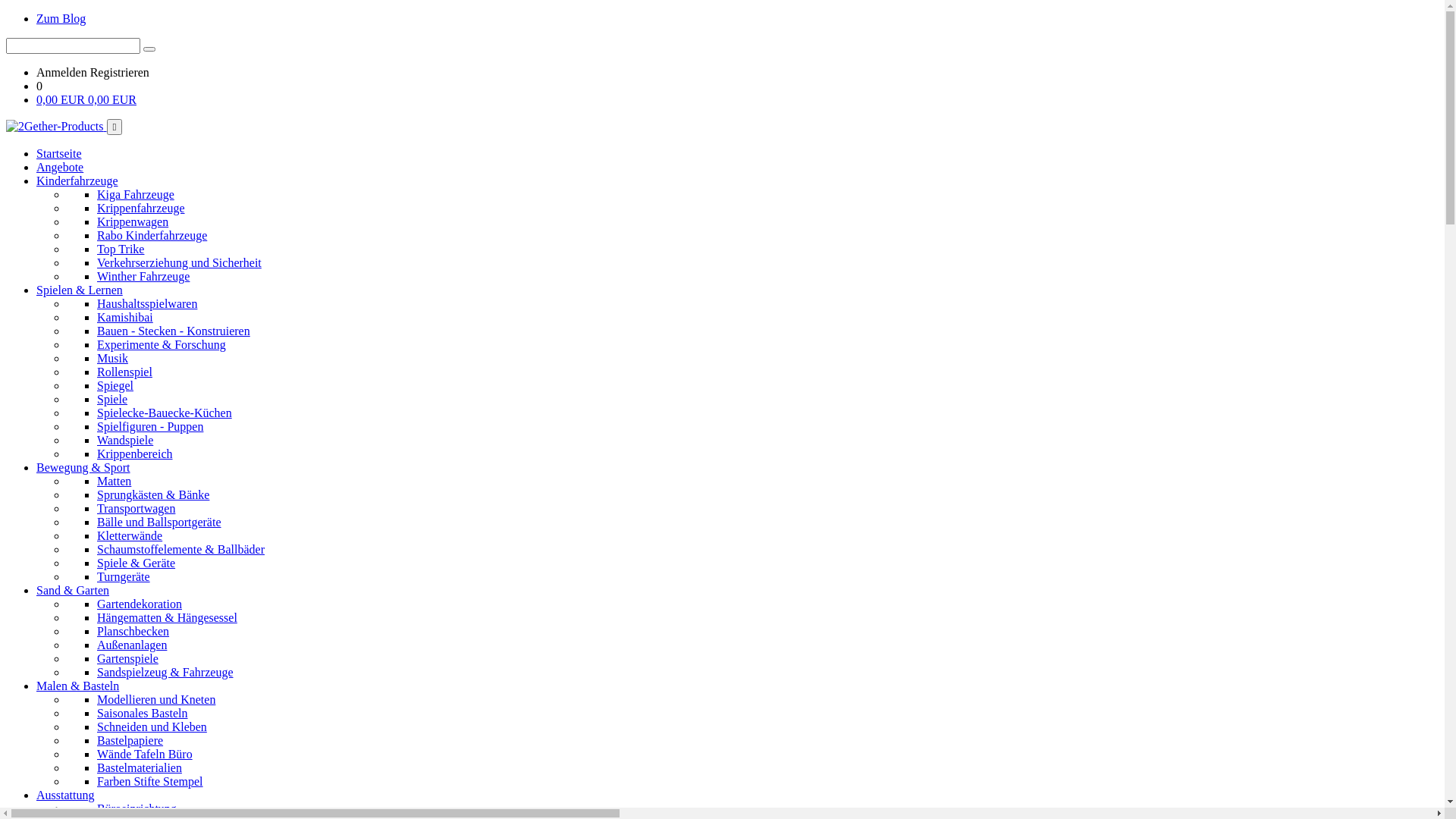 This screenshot has width=1456, height=819. What do you see at coordinates (134, 453) in the screenshot?
I see `'Krippenbereich'` at bounding box center [134, 453].